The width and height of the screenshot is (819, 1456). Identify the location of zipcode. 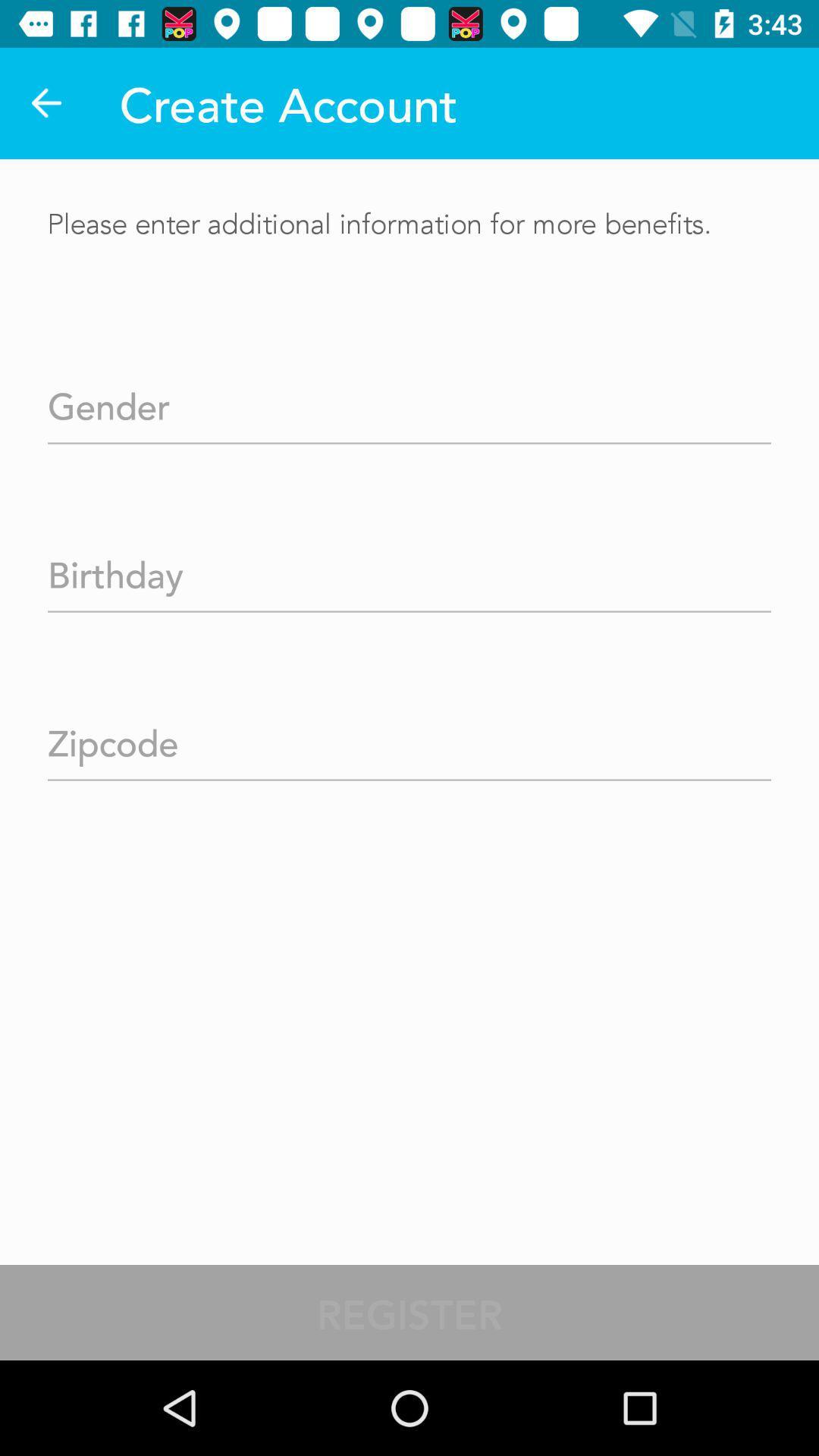
(409, 738).